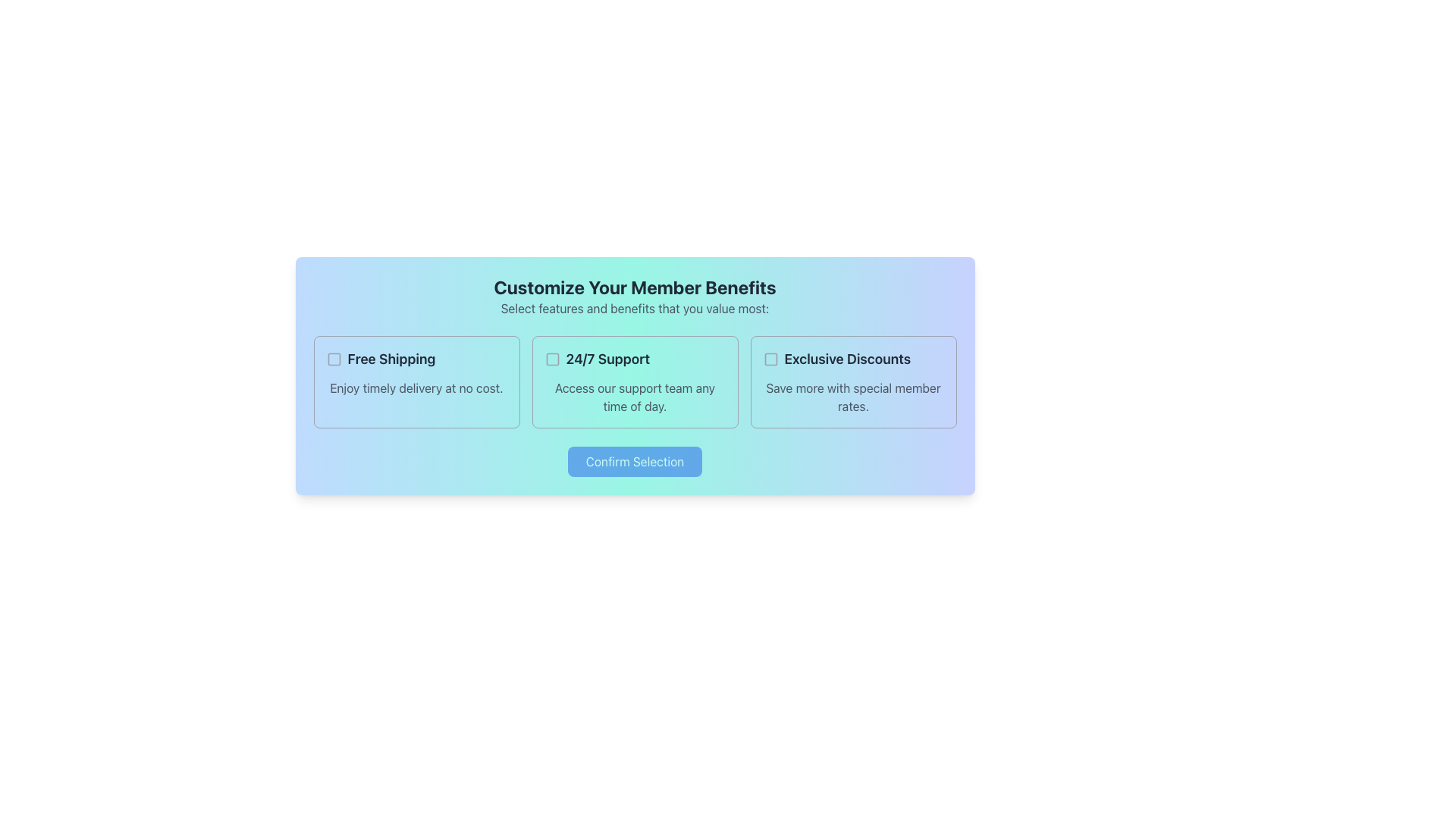 Image resolution: width=1456 pixels, height=819 pixels. What do you see at coordinates (551, 359) in the screenshot?
I see `the checkbox indicator for the '24/7 Support' feature` at bounding box center [551, 359].